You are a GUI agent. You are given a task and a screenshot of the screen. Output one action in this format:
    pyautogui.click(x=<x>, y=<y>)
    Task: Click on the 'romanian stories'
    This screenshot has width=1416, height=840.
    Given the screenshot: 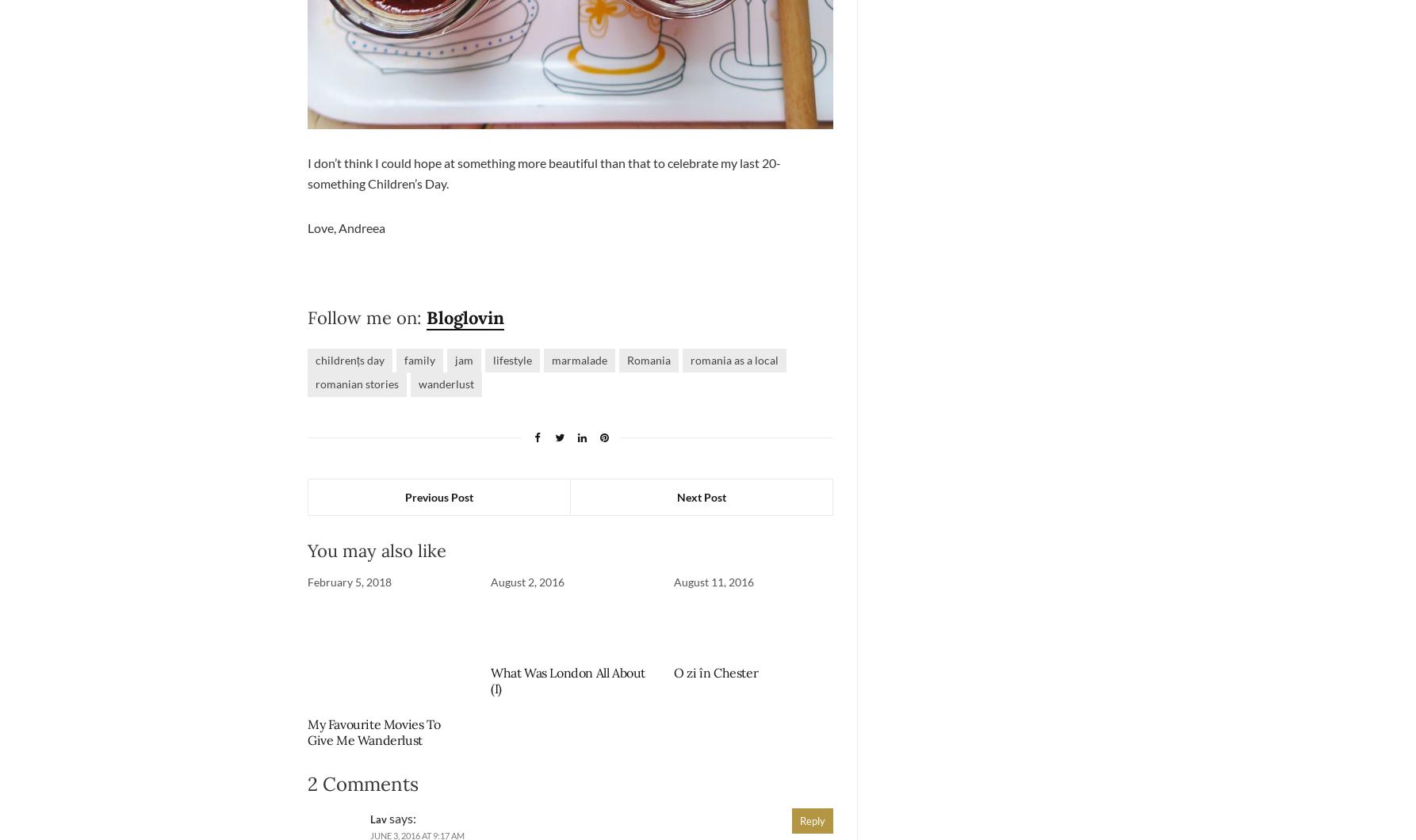 What is the action you would take?
    pyautogui.click(x=356, y=383)
    